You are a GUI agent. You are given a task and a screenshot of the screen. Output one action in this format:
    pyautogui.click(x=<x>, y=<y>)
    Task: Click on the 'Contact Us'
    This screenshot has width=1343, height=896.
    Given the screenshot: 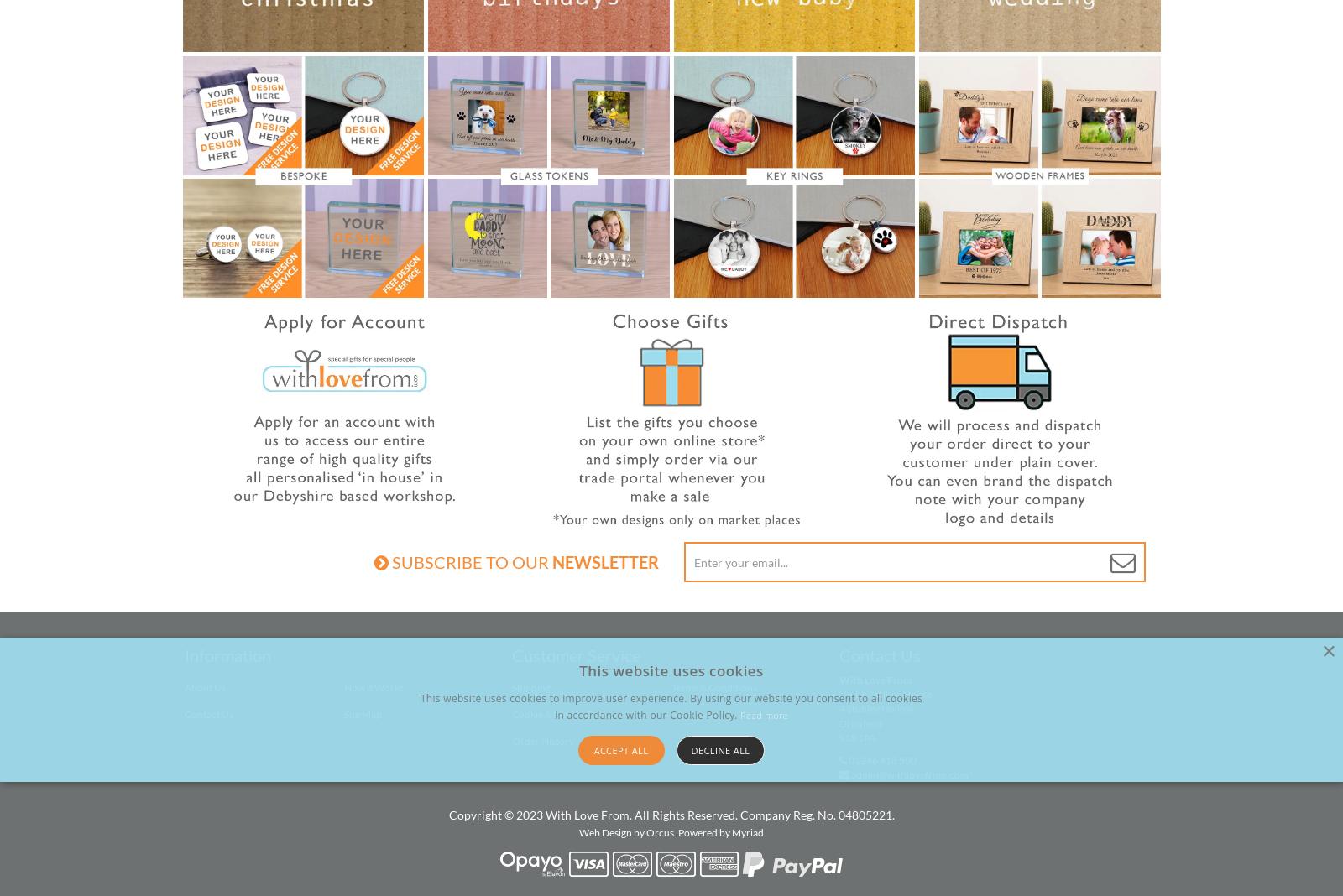 What is the action you would take?
    pyautogui.click(x=880, y=655)
    